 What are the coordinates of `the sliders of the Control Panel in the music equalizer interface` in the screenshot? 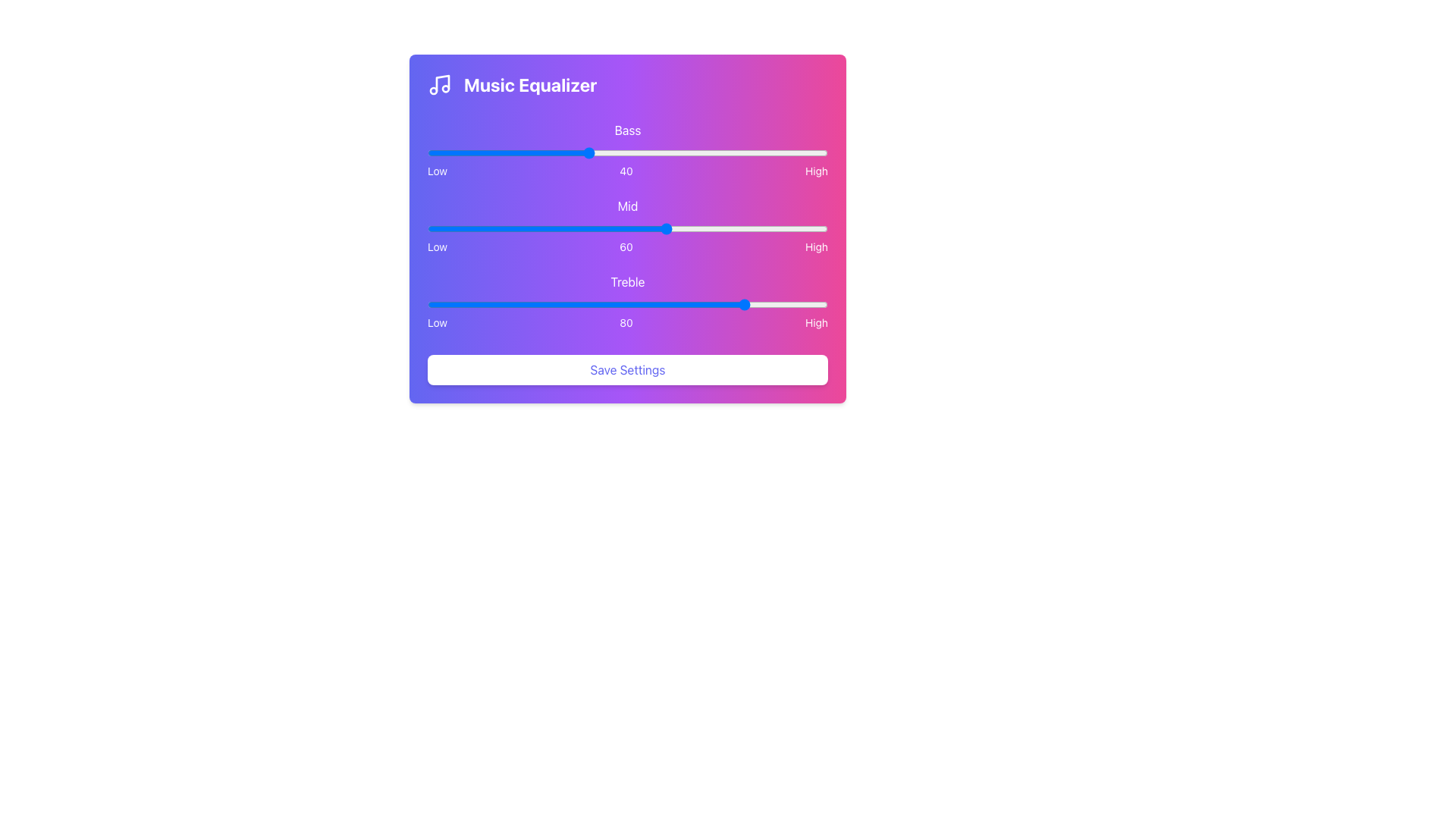 It's located at (628, 225).